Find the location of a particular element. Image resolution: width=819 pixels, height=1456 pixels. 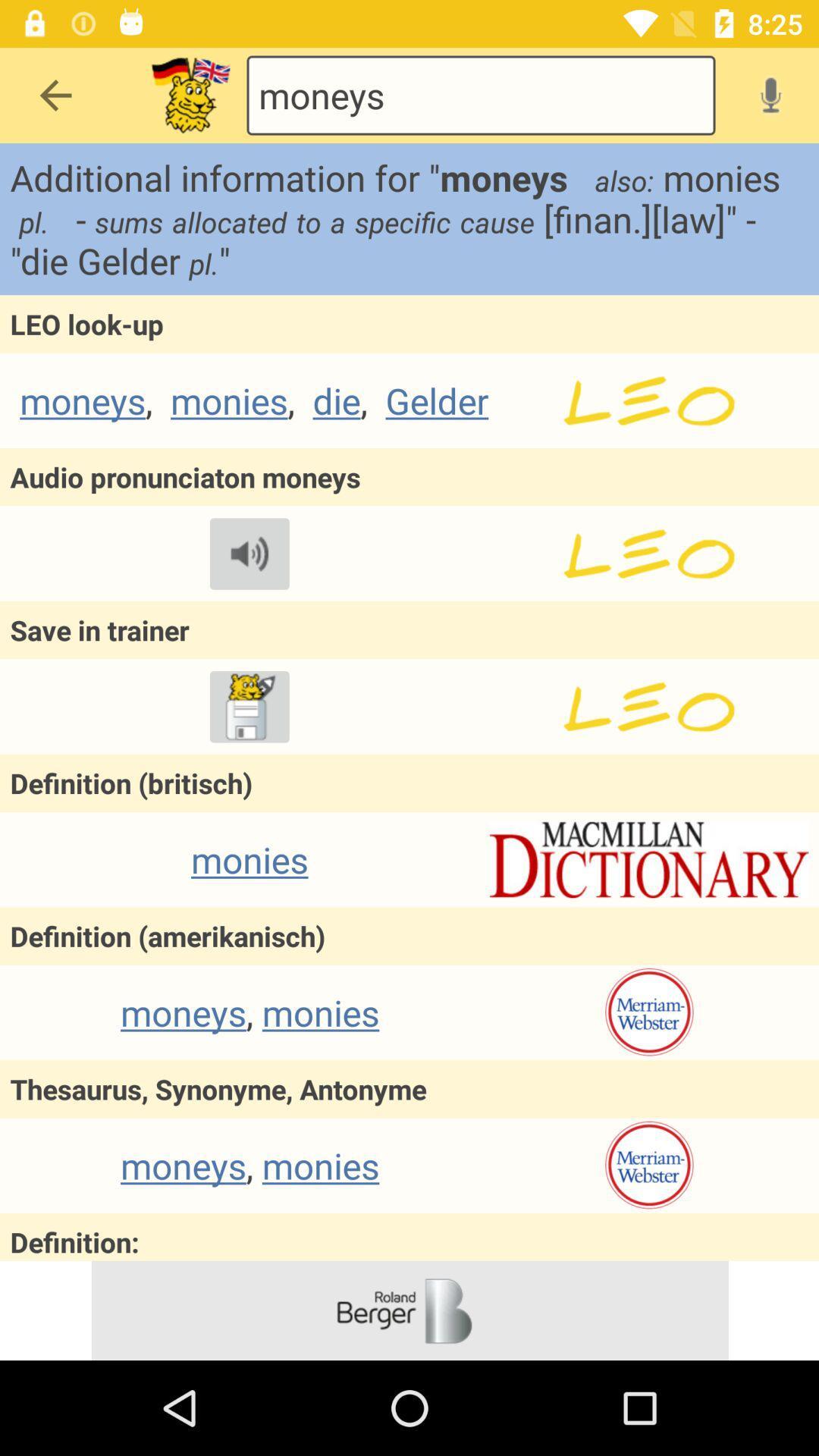

the pronunciation is from leo 's database is located at coordinates (648, 553).